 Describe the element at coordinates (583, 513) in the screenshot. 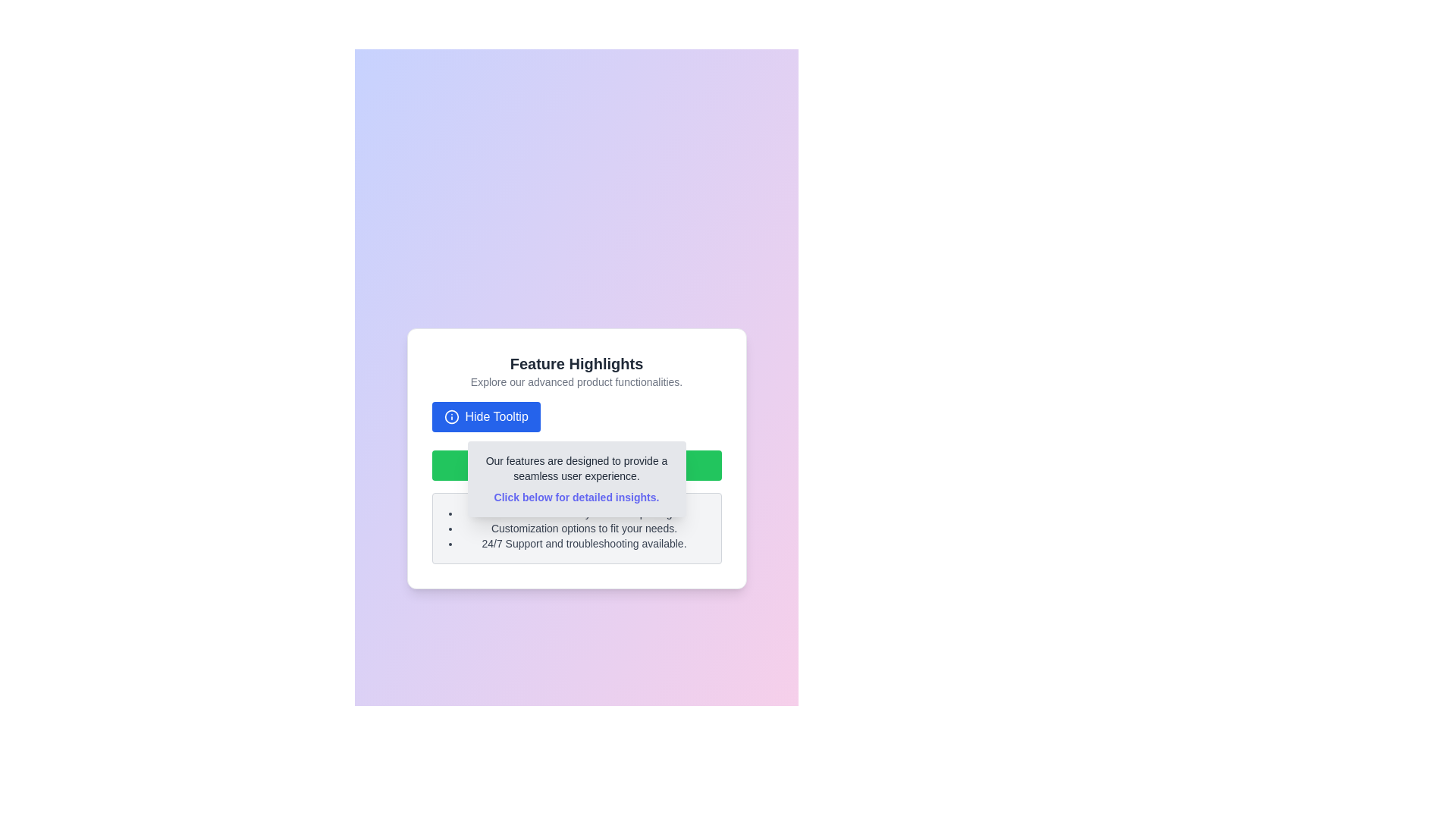

I see `static text that states 'Real-time data analytics and reporting.' This text is the first item in a bulleted list under 'Feature Highlights.'` at that location.